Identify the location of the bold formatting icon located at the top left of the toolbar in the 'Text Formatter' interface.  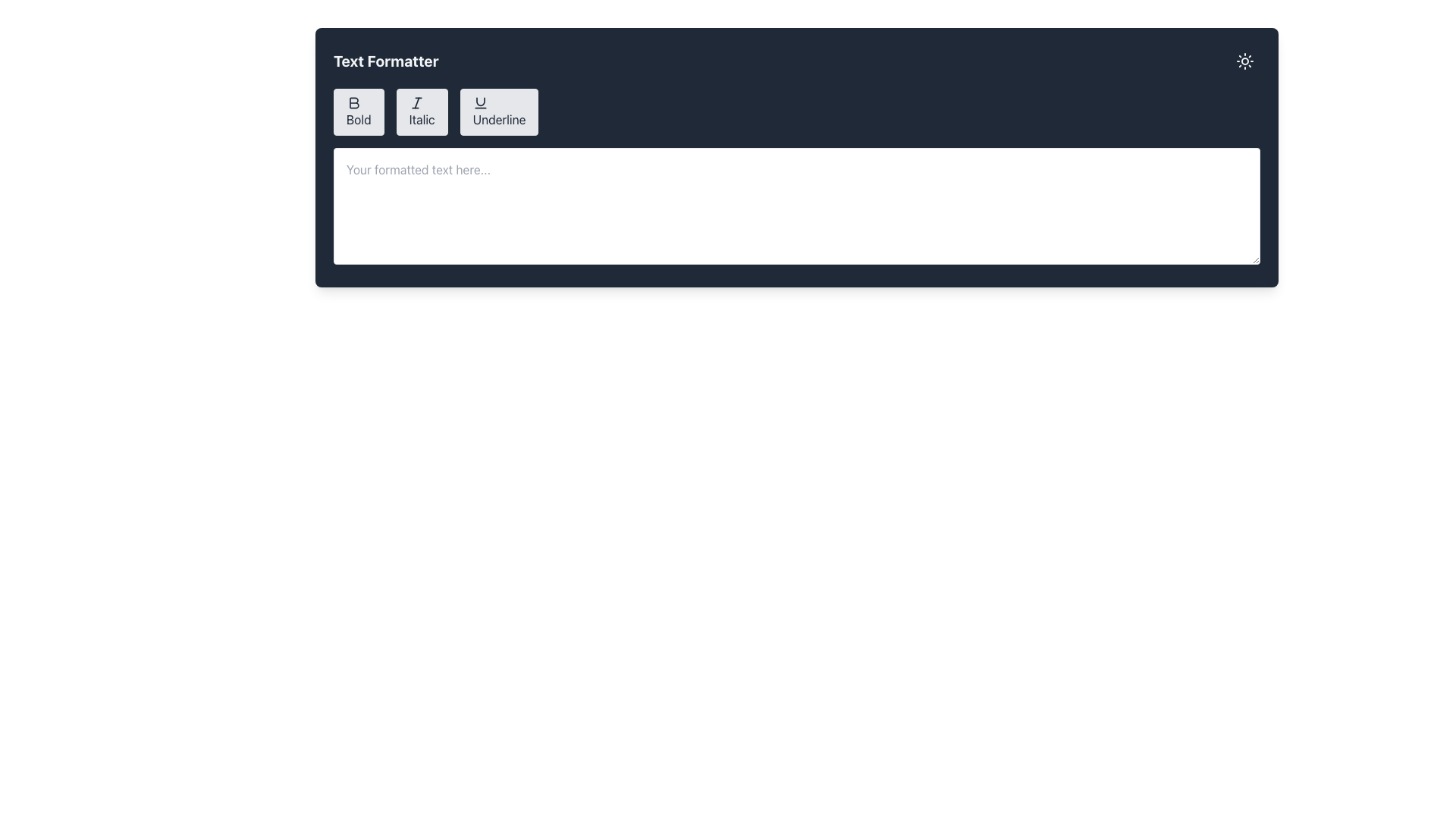
(353, 102).